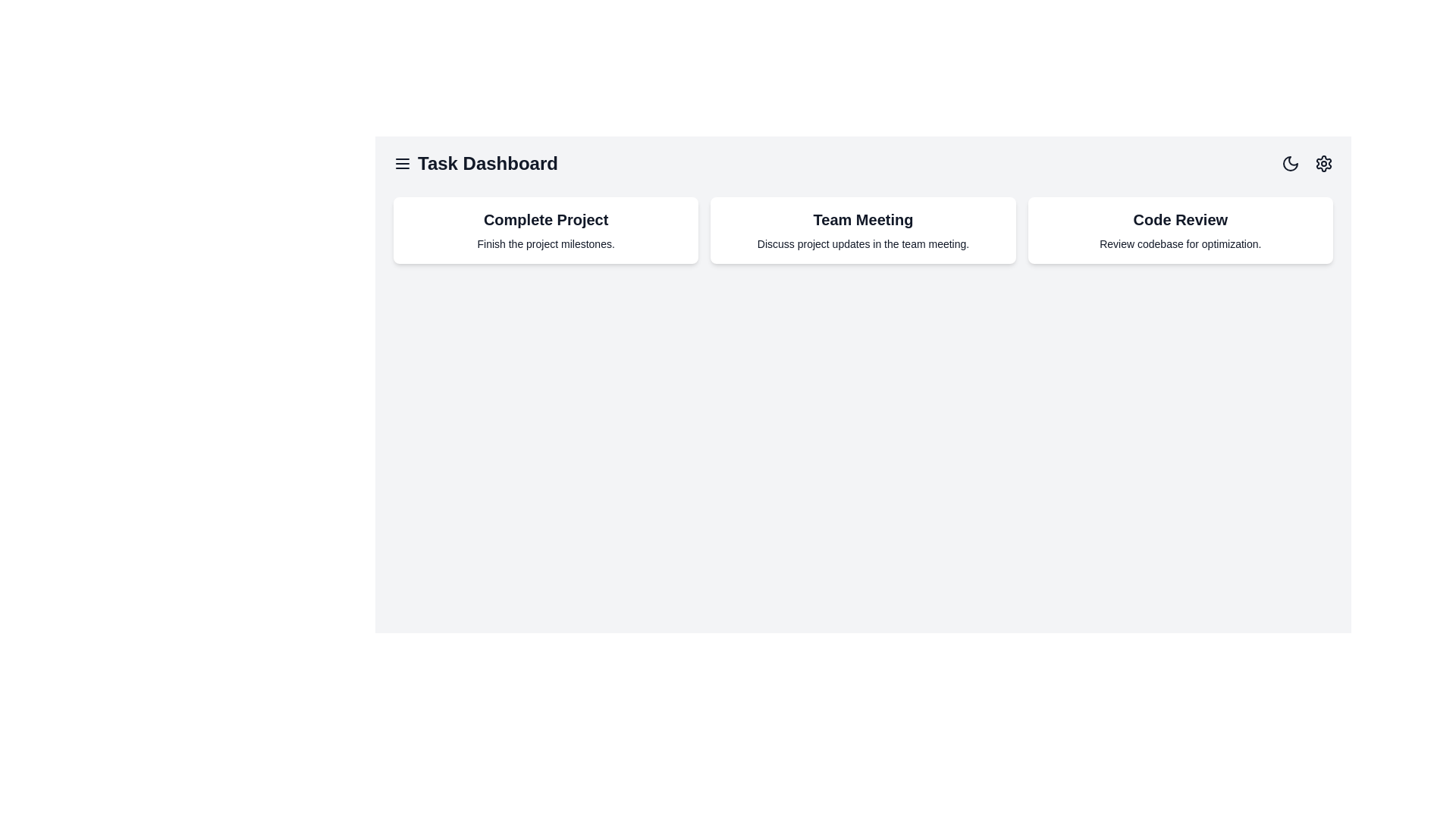  What do you see at coordinates (1179, 243) in the screenshot?
I see `the text label providing information about code review located in the middle-right panel below the heading 'Code Review'` at bounding box center [1179, 243].